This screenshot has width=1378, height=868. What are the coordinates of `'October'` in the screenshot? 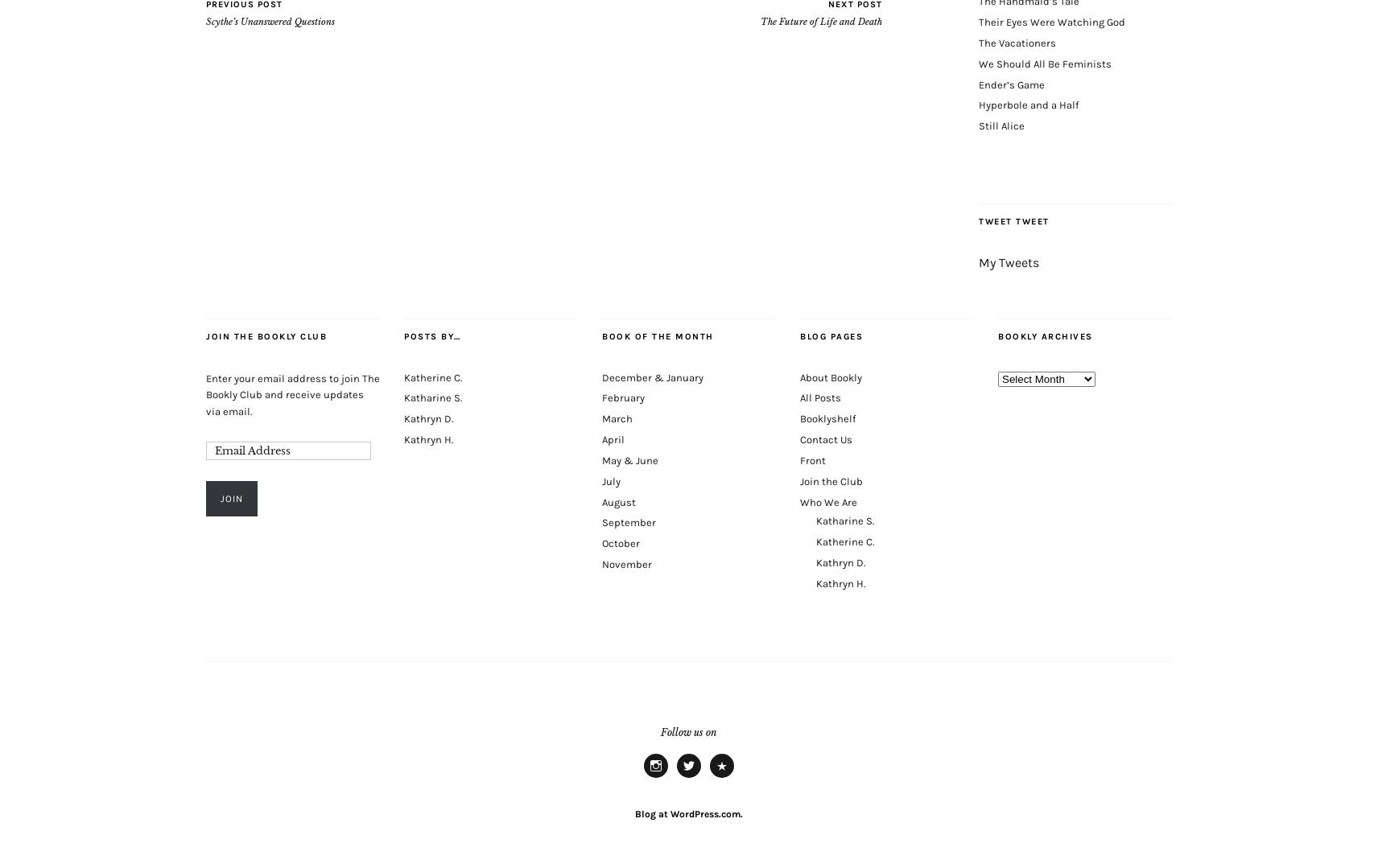 It's located at (601, 543).